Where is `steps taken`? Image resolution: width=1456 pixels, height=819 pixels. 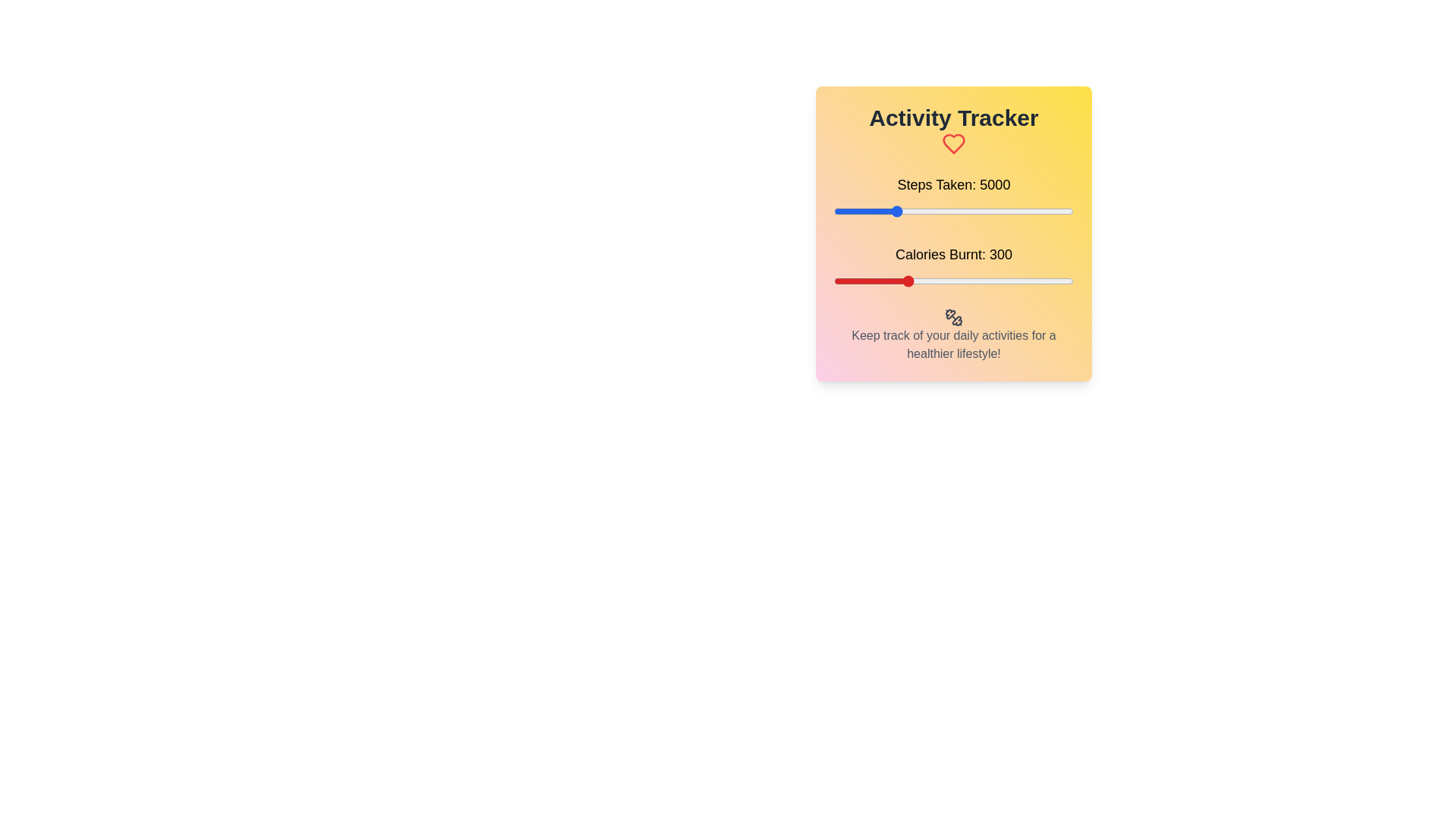 steps taken is located at coordinates (965, 211).